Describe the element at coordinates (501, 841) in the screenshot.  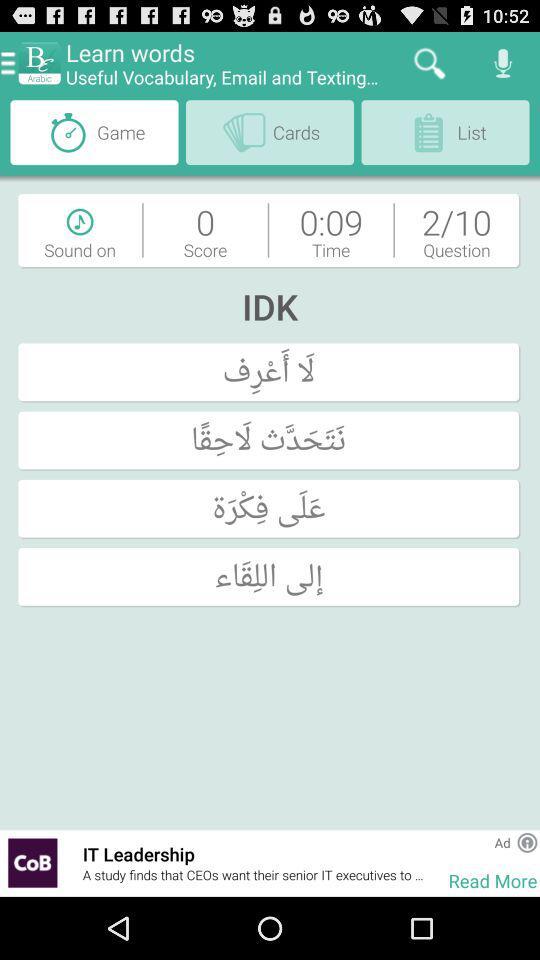
I see `item above read more icon` at that location.